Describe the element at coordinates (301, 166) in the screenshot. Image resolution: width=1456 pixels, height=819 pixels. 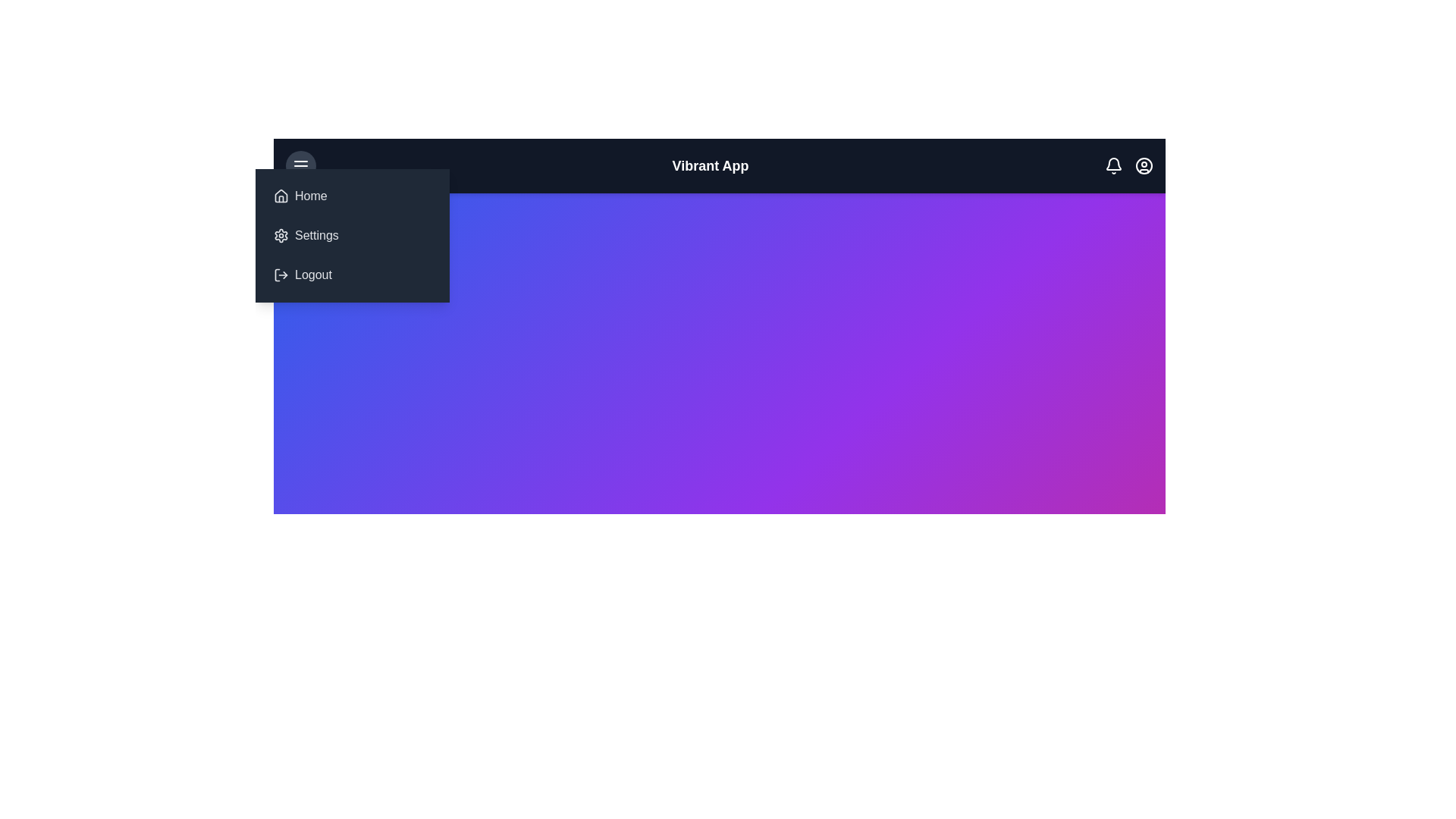
I see `the menu toggle button to toggle the visibility of the navigation menu` at that location.